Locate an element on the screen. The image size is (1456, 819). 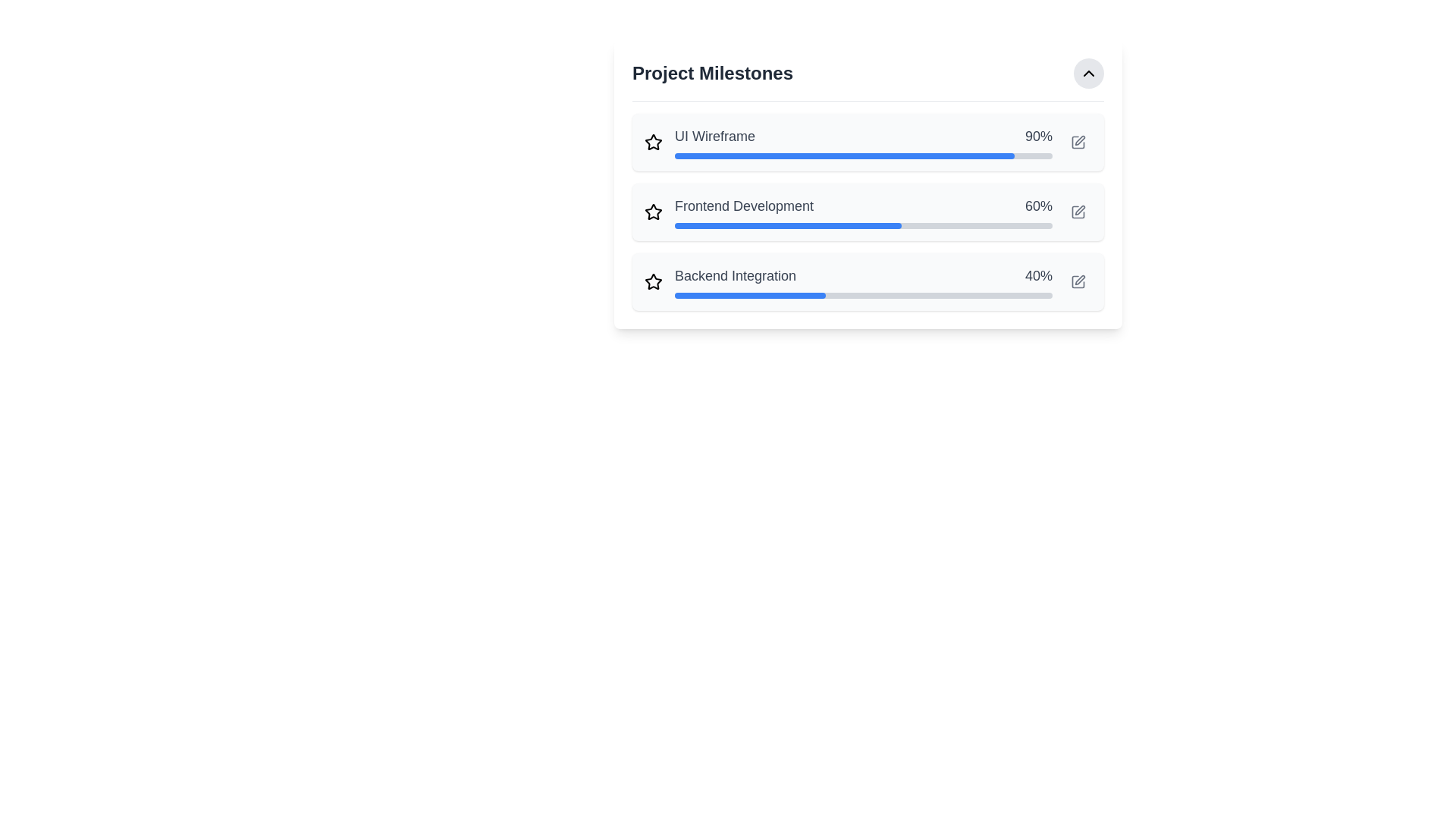
the second star icon in the vertical sequence that represents the status of the 'Frontend Development' milestone for interaction or toggling is located at coordinates (654, 142).